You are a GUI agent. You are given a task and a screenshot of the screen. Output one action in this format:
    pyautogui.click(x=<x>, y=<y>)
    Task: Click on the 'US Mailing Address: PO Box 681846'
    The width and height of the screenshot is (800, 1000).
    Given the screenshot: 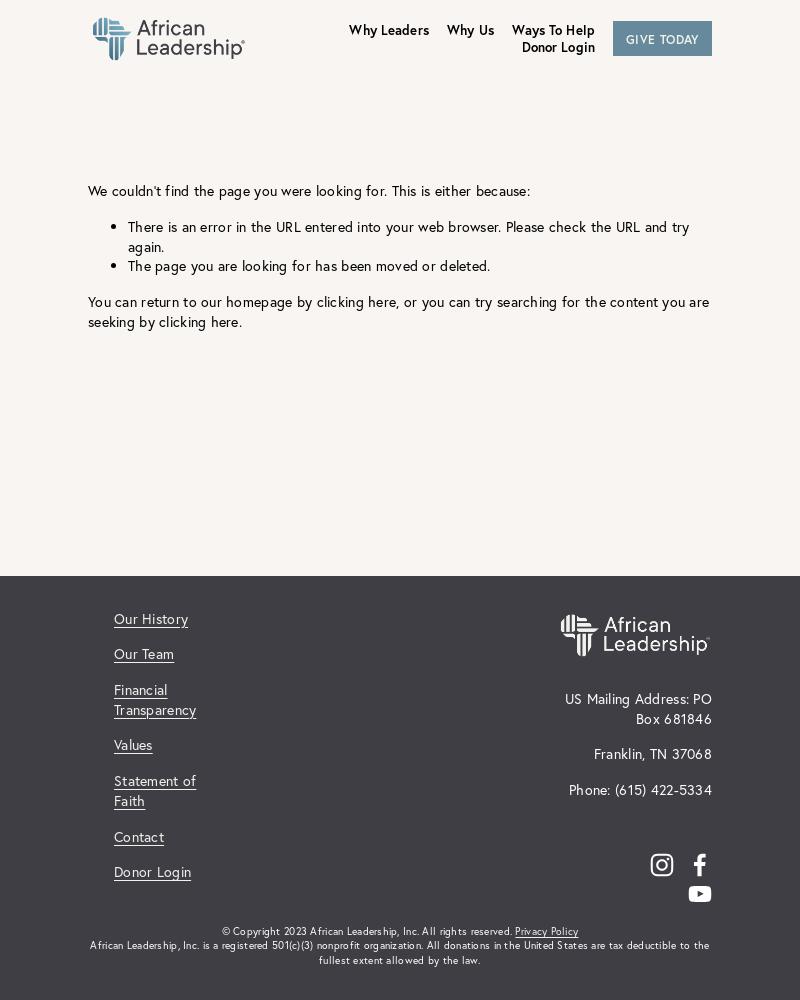 What is the action you would take?
    pyautogui.click(x=639, y=706)
    